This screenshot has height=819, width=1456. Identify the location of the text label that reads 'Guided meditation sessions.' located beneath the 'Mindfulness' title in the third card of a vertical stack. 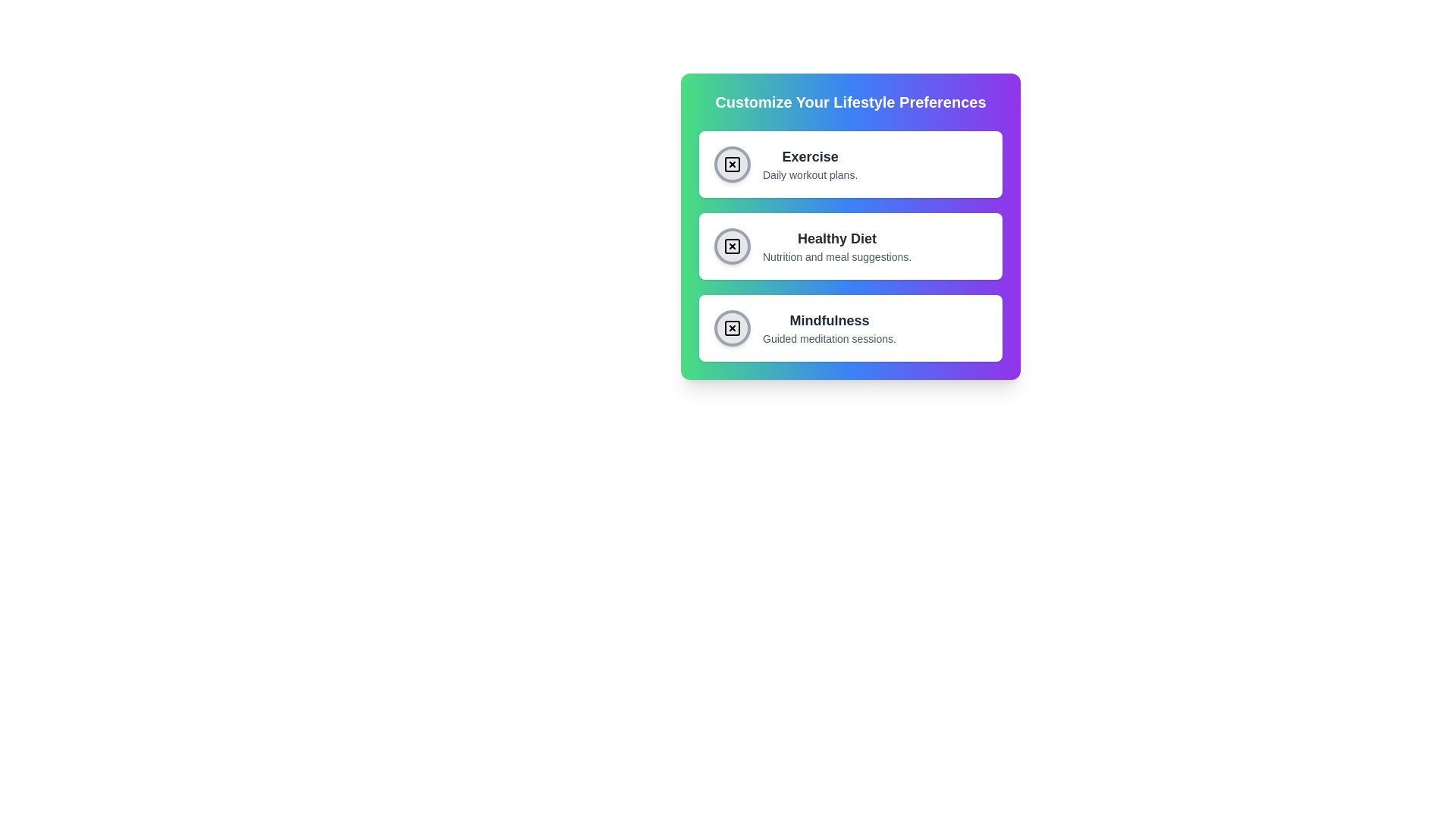
(829, 338).